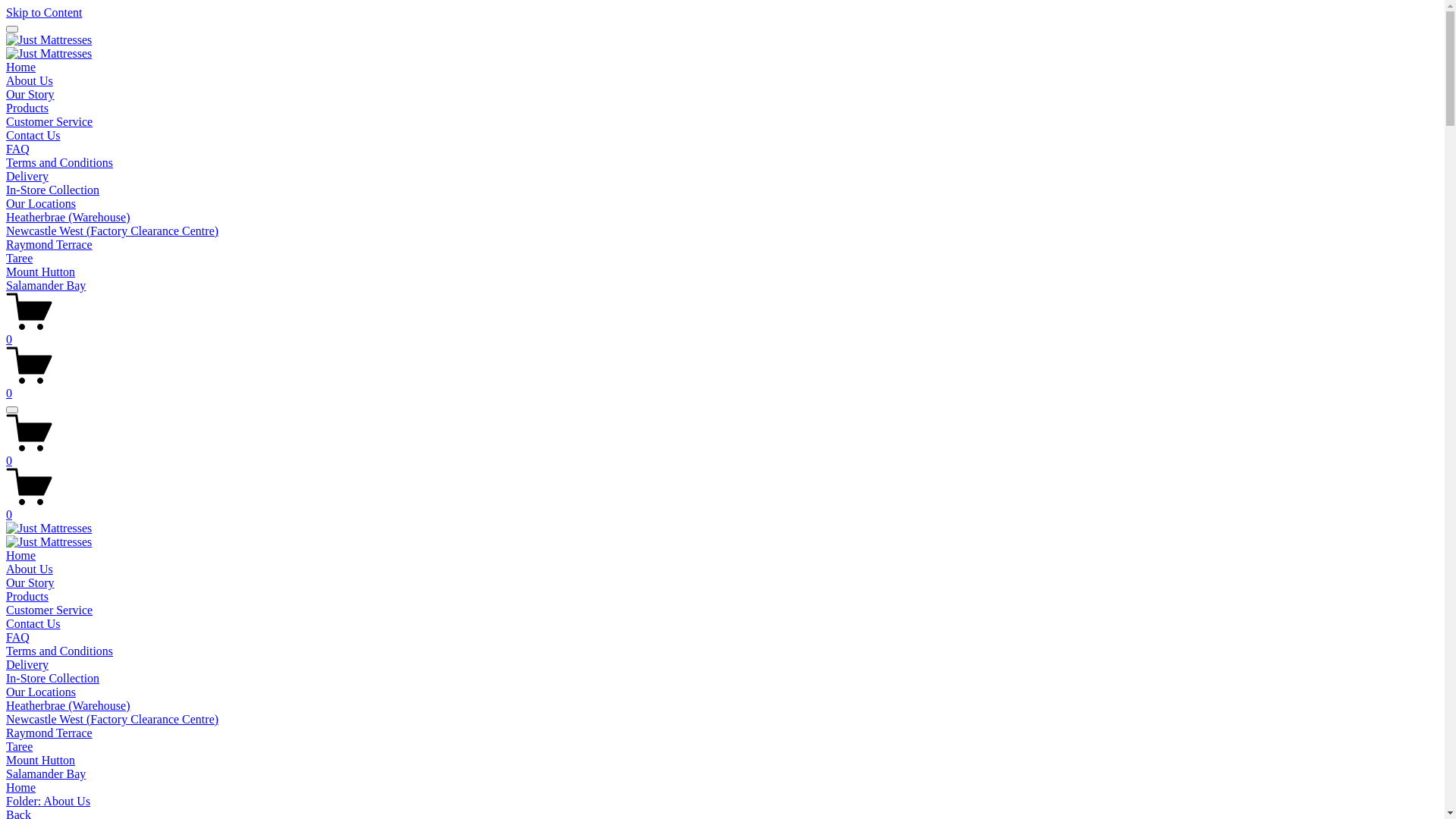 The image size is (1456, 819). I want to click on 'Products', so click(27, 595).